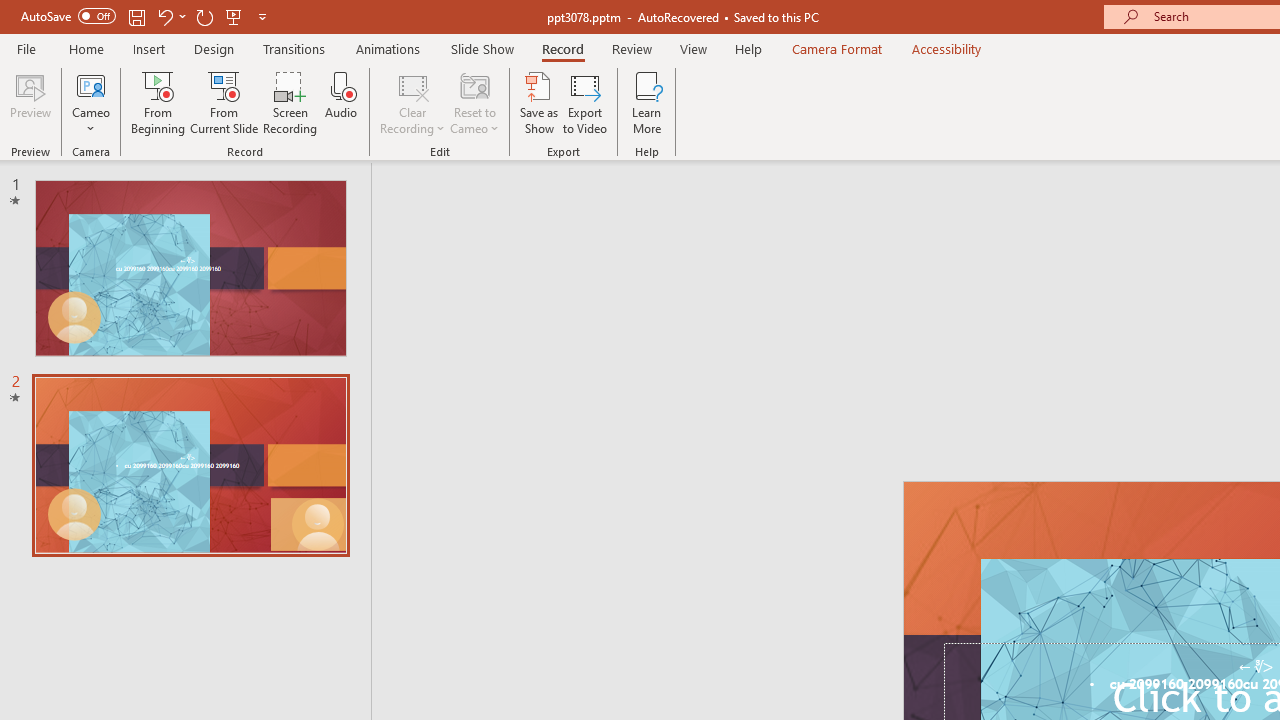 The height and width of the screenshot is (720, 1280). I want to click on 'Help', so click(747, 48).